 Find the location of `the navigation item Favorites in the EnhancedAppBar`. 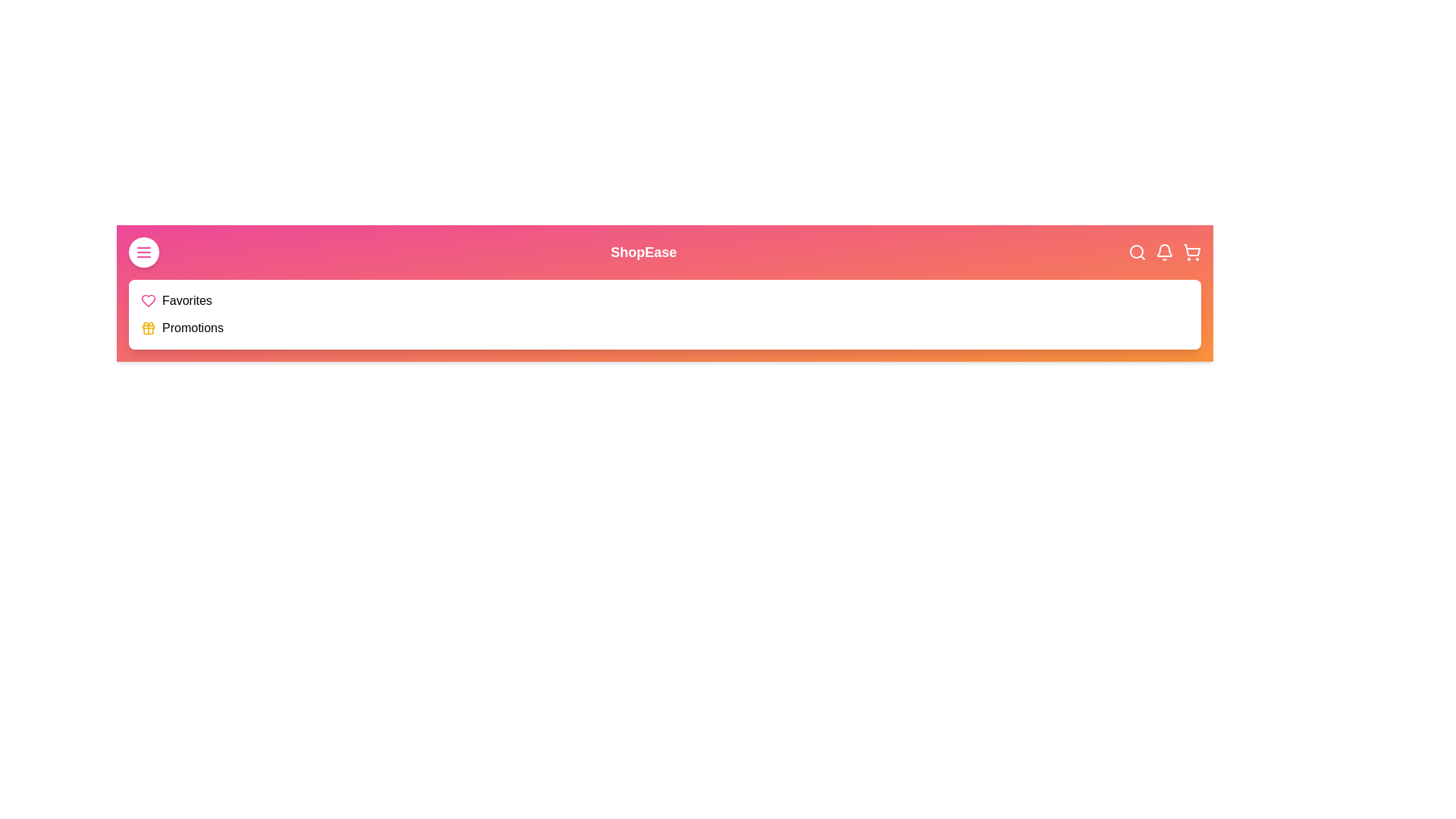

the navigation item Favorites in the EnhancedAppBar is located at coordinates (186, 301).